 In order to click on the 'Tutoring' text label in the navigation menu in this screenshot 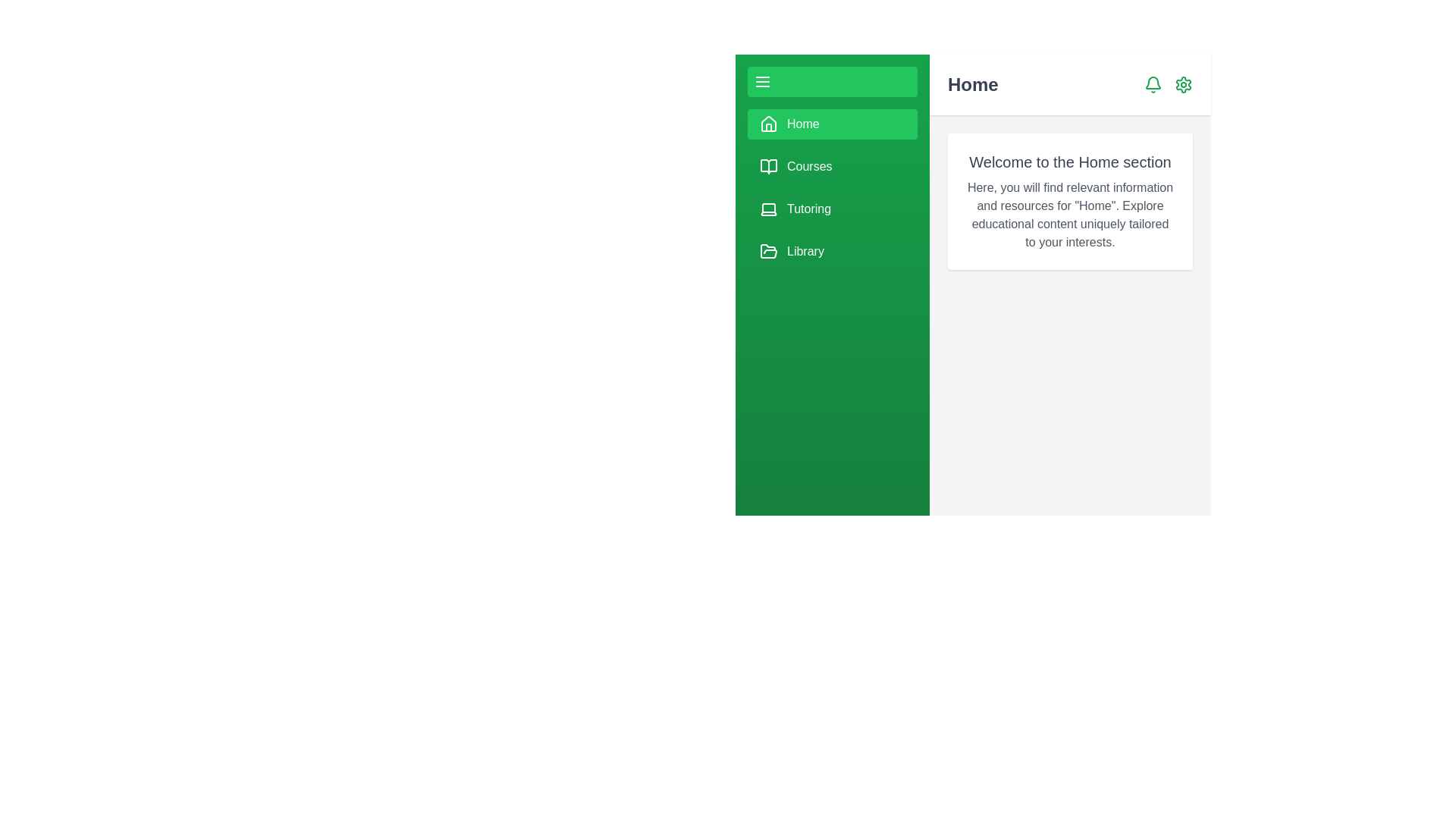, I will do `click(808, 209)`.